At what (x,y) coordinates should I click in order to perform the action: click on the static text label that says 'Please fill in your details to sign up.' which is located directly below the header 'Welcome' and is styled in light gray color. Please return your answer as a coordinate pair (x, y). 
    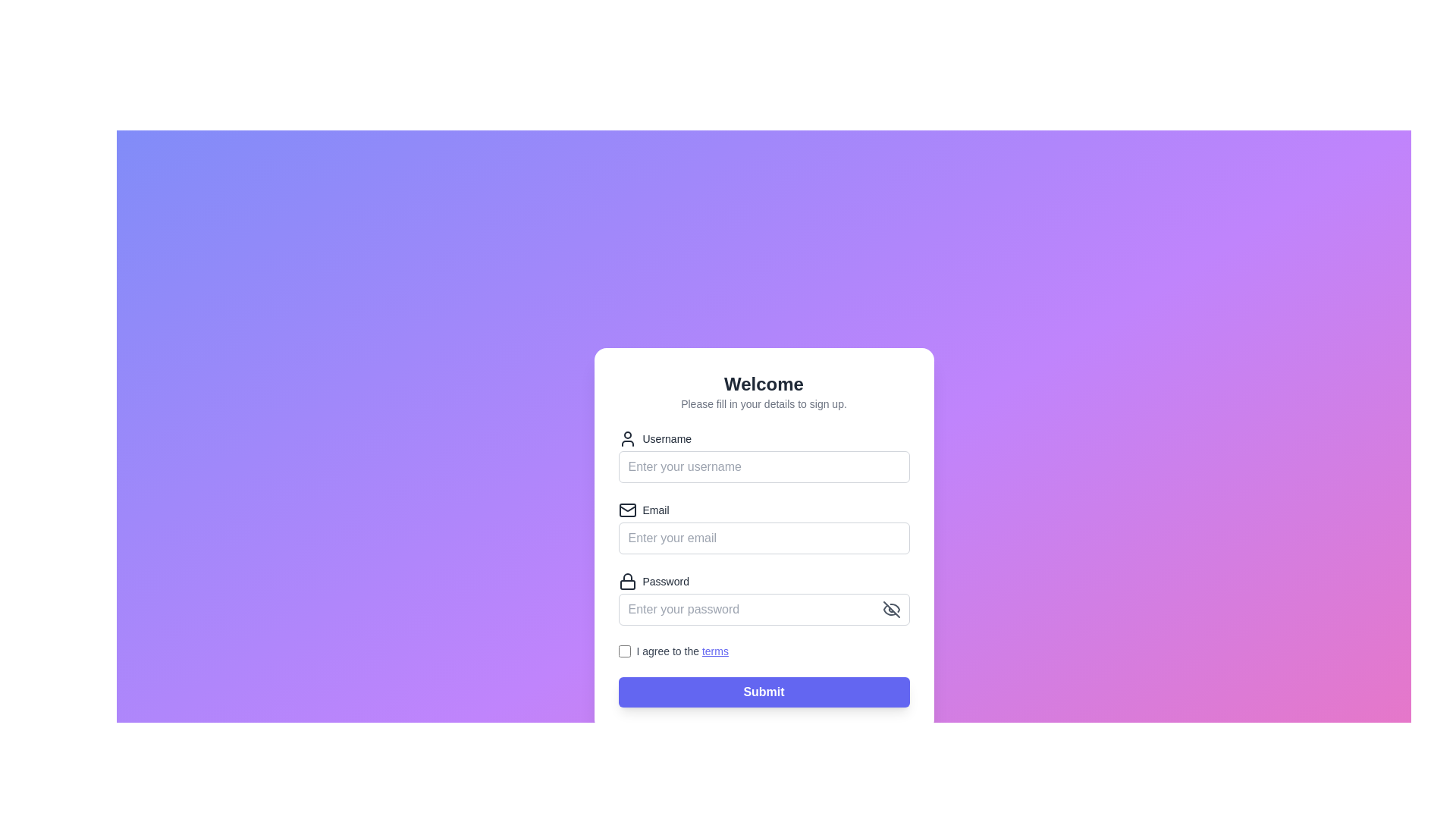
    Looking at the image, I should click on (764, 403).